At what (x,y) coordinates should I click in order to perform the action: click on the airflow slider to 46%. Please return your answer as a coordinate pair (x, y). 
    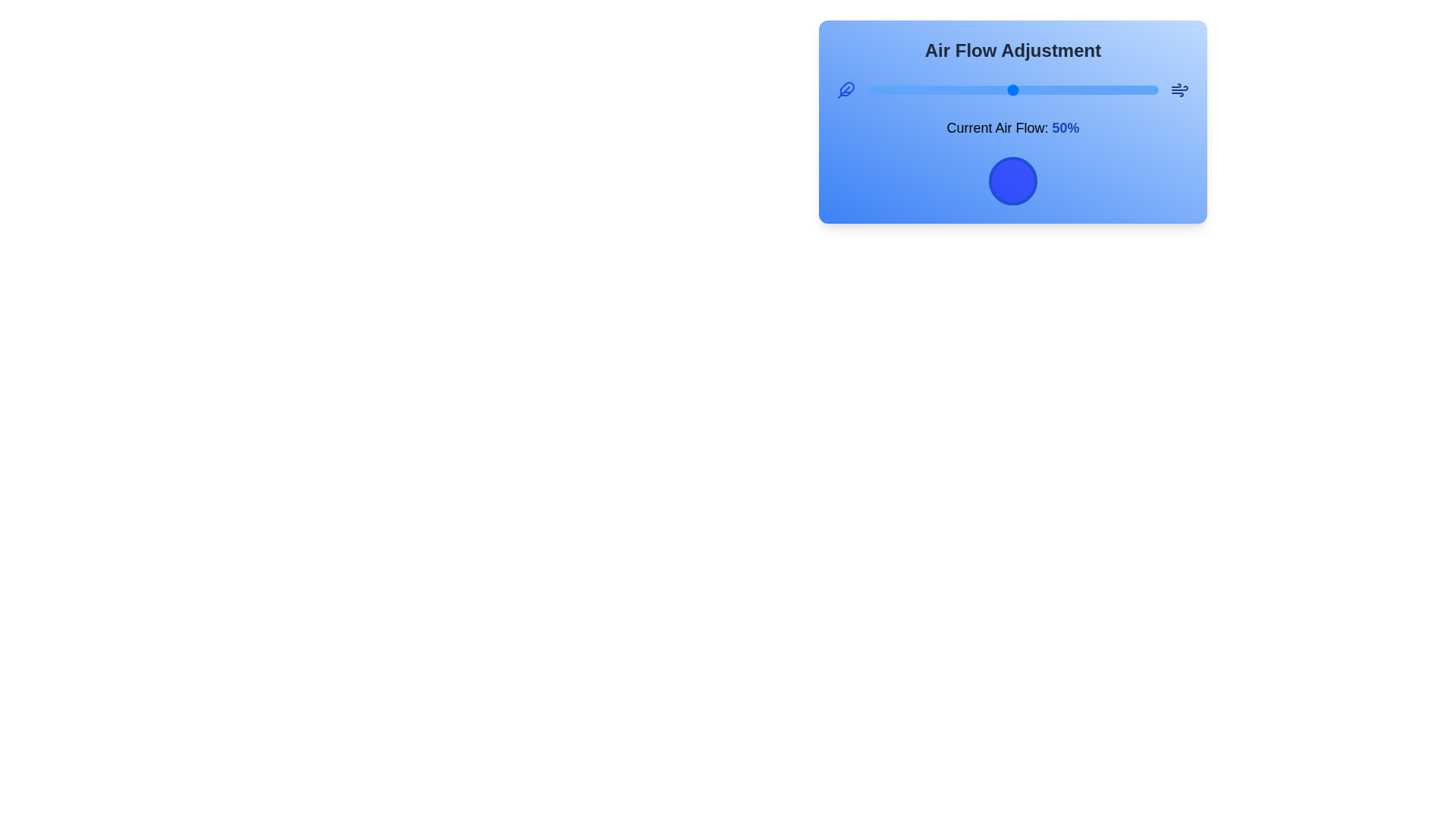
    Looking at the image, I should click on (1001, 90).